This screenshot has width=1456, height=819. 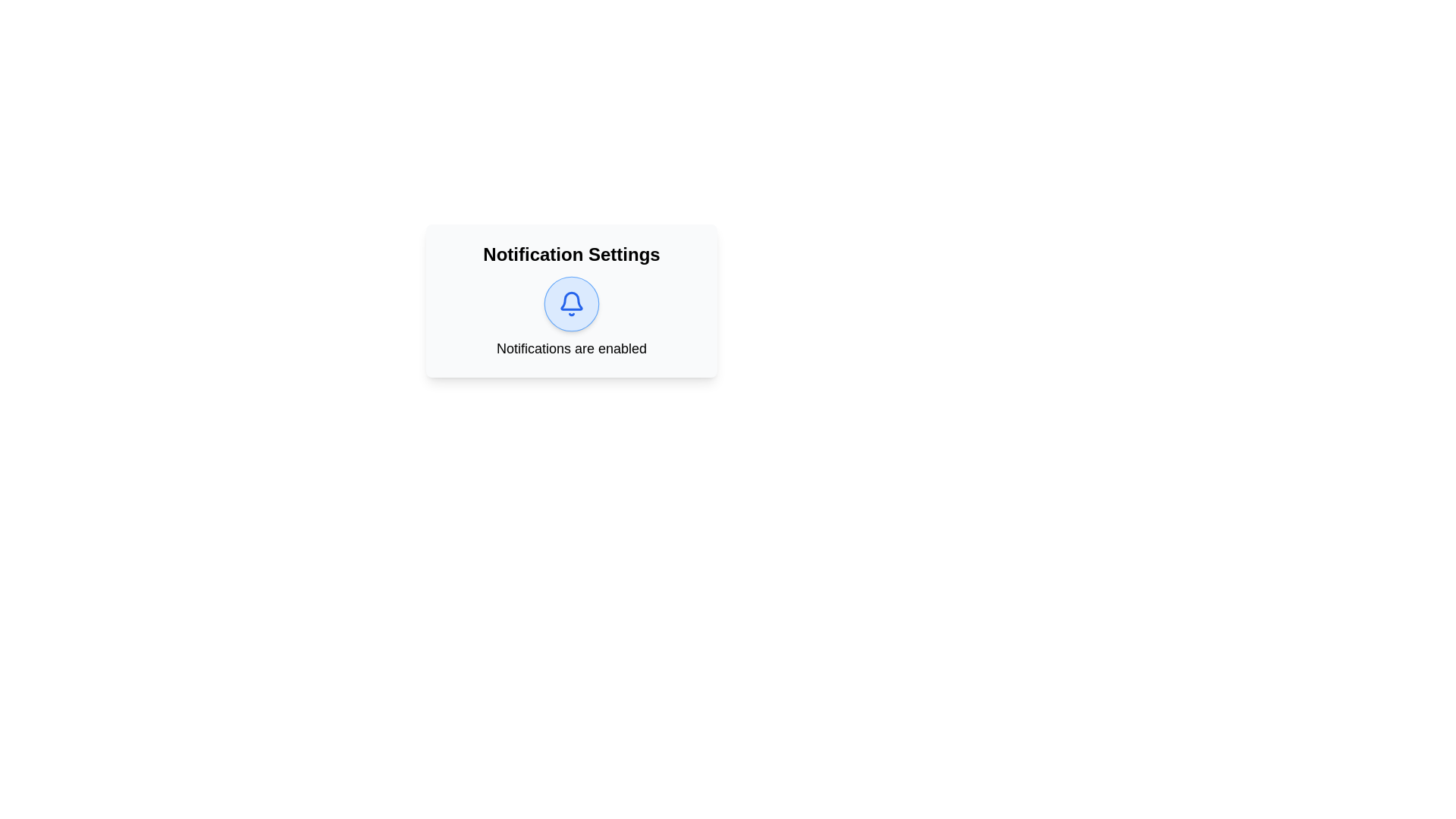 I want to click on the notification toggle button to change its state, so click(x=570, y=304).